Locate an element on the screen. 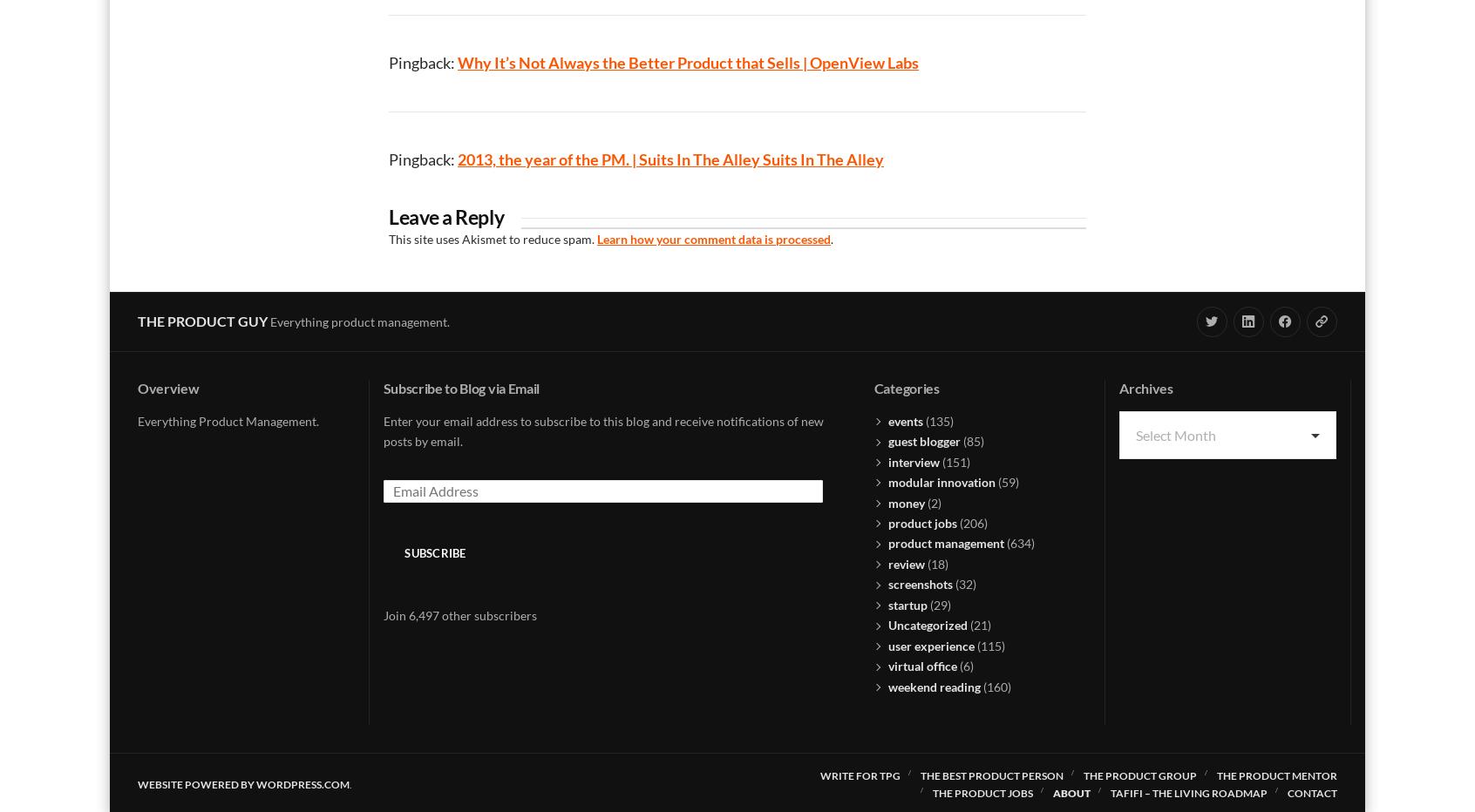  'Join 6,497 other subscribers' is located at coordinates (459, 613).